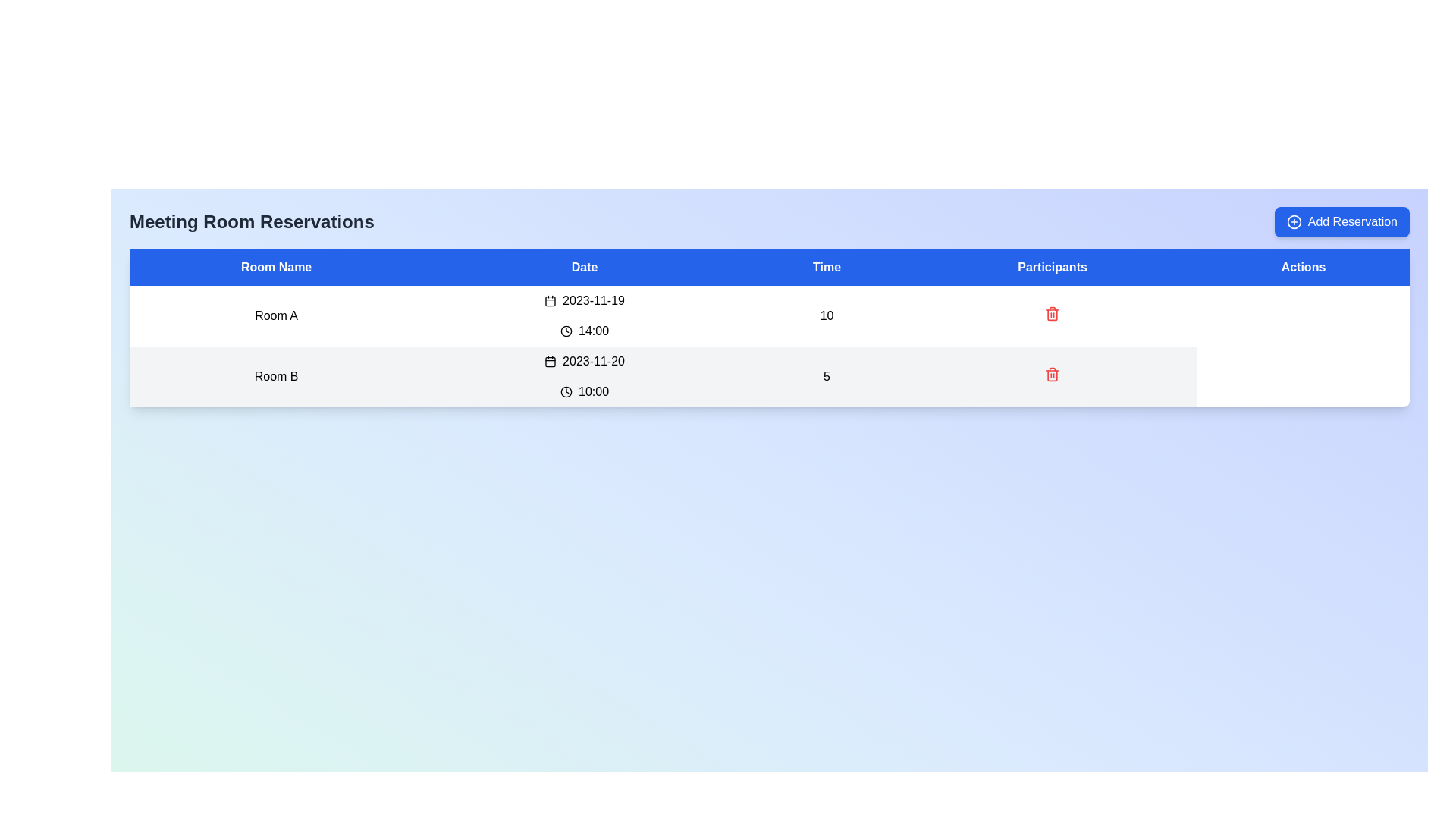  What do you see at coordinates (1293, 222) in the screenshot?
I see `the circular icon with a plus decoration located within the 'Add Reservation' button at the upper-right corner of the interface` at bounding box center [1293, 222].